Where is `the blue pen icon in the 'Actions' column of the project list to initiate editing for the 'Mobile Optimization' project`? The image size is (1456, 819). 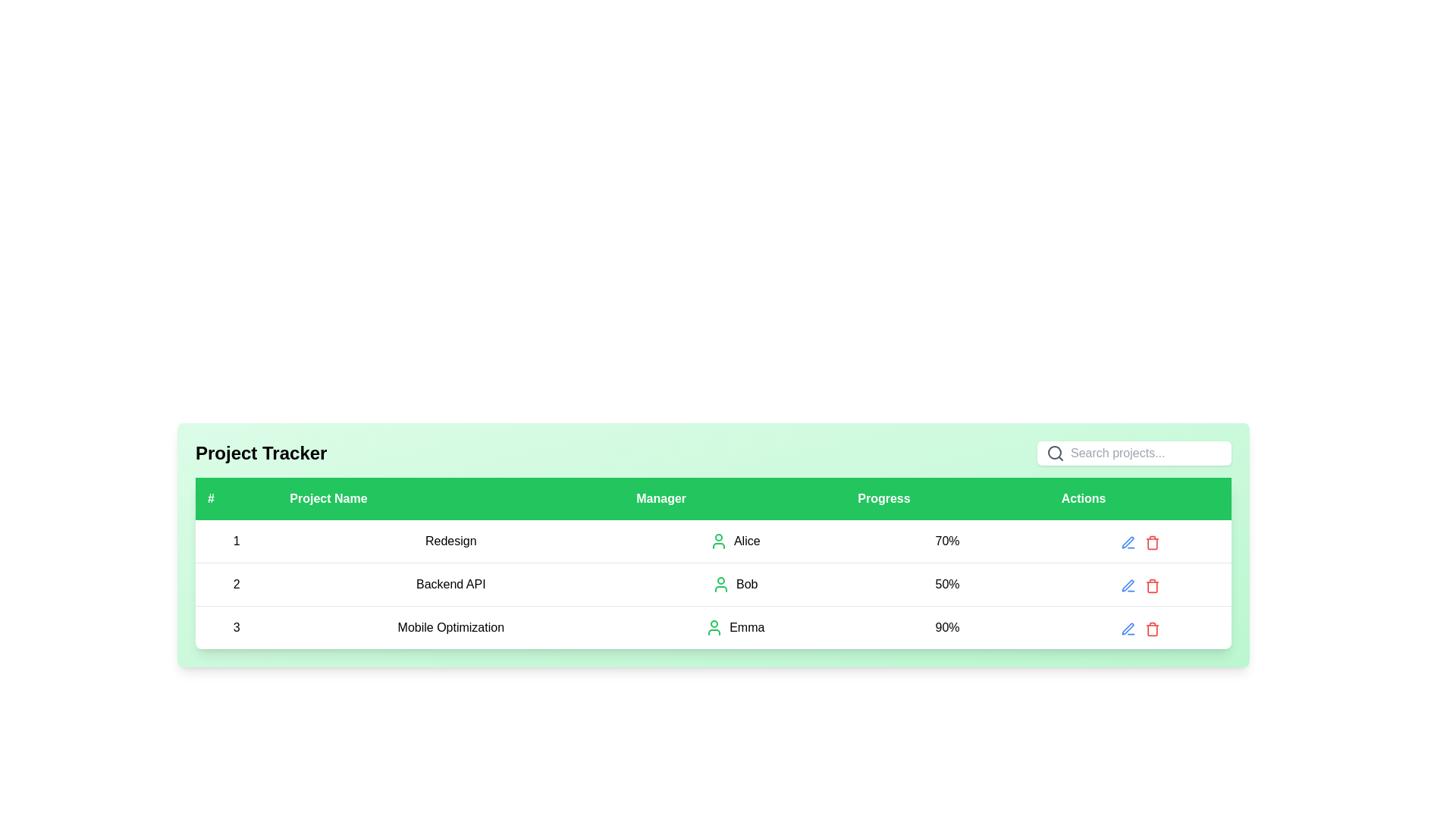 the blue pen icon in the 'Actions' column of the project list to initiate editing for the 'Mobile Optimization' project is located at coordinates (1128, 541).